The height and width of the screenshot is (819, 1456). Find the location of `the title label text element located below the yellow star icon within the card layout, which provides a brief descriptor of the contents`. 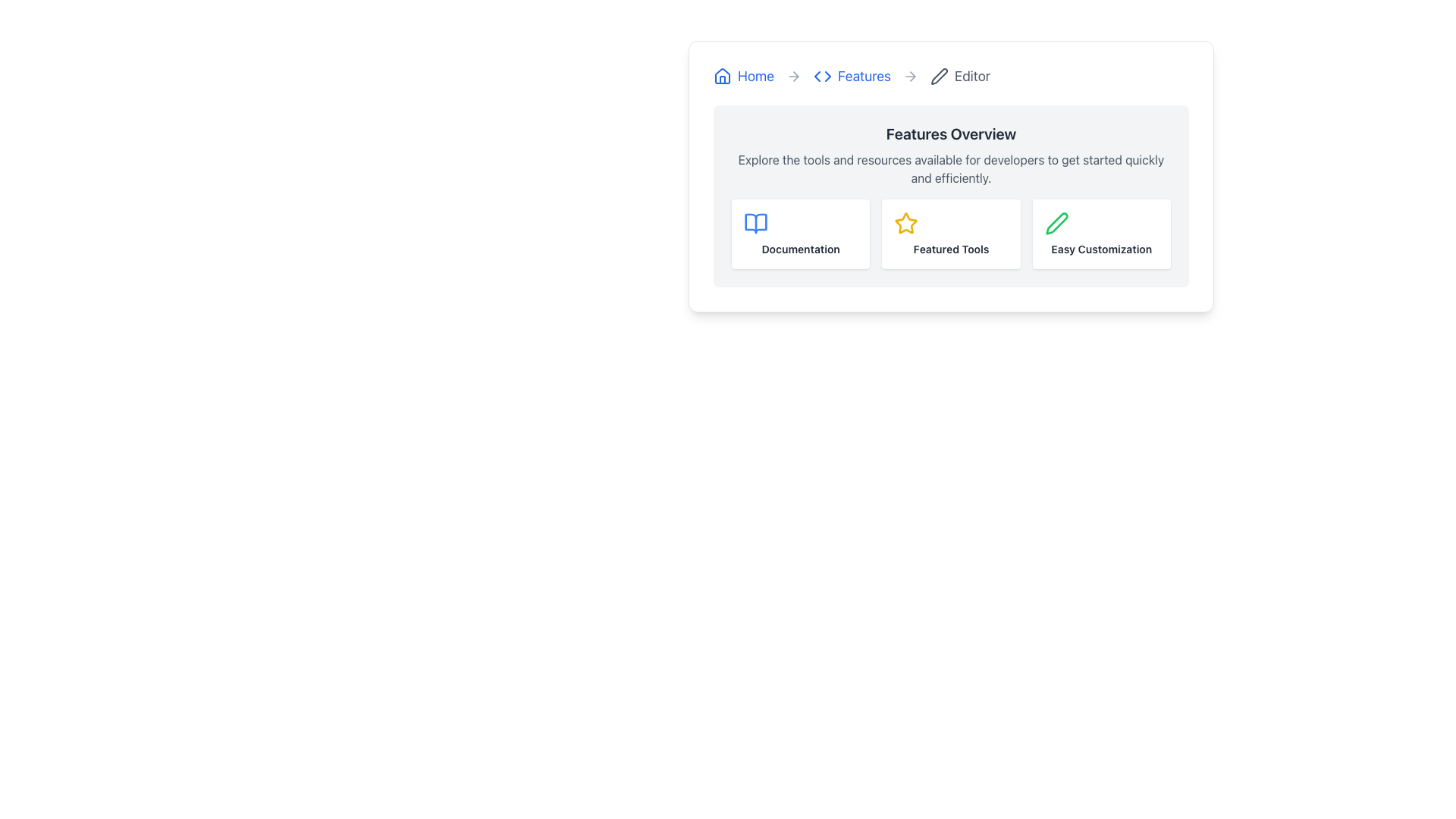

the title label text element located below the yellow star icon within the card layout, which provides a brief descriptor of the contents is located at coordinates (950, 248).